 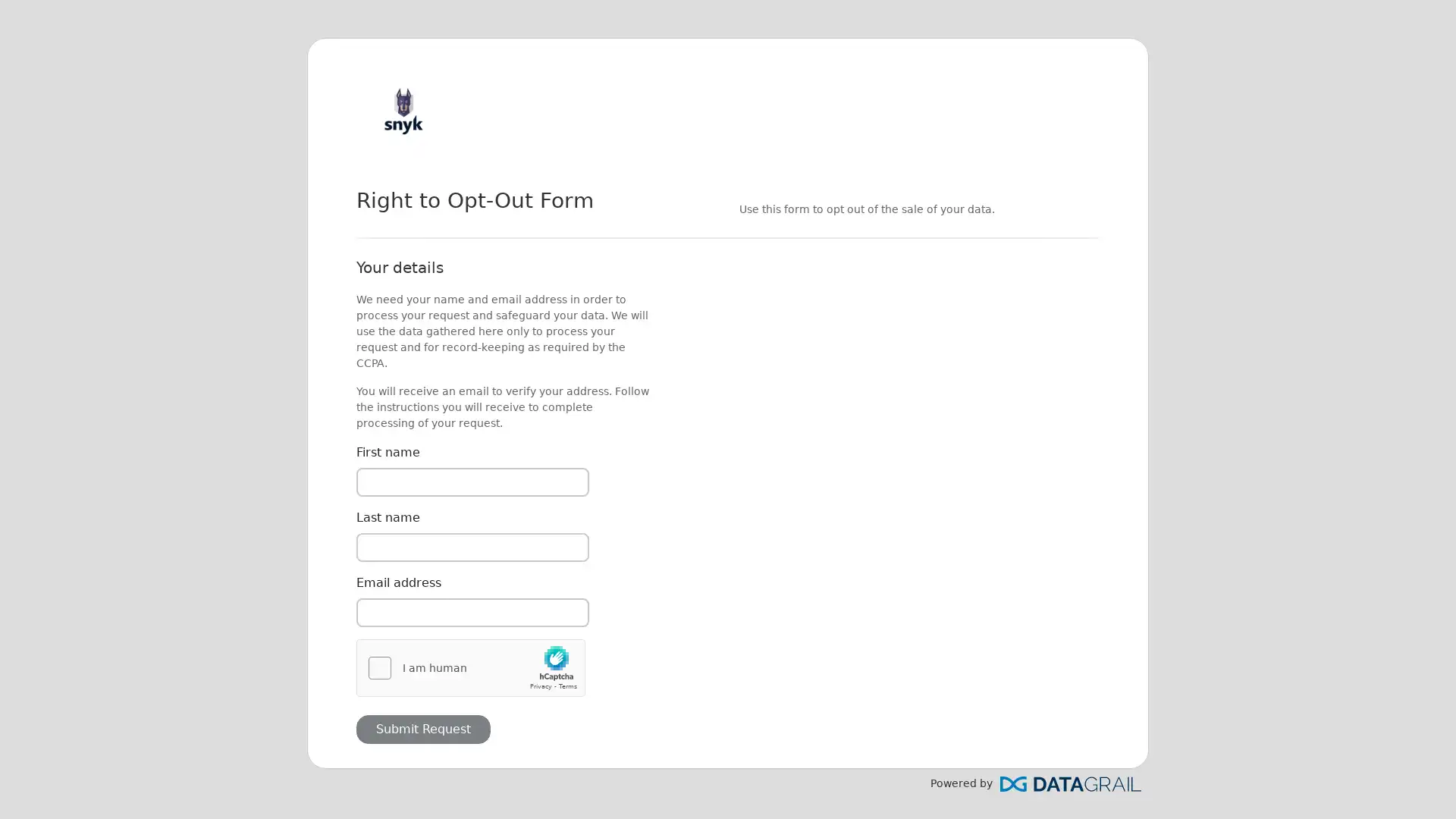 I want to click on Submit Request, so click(x=423, y=727).